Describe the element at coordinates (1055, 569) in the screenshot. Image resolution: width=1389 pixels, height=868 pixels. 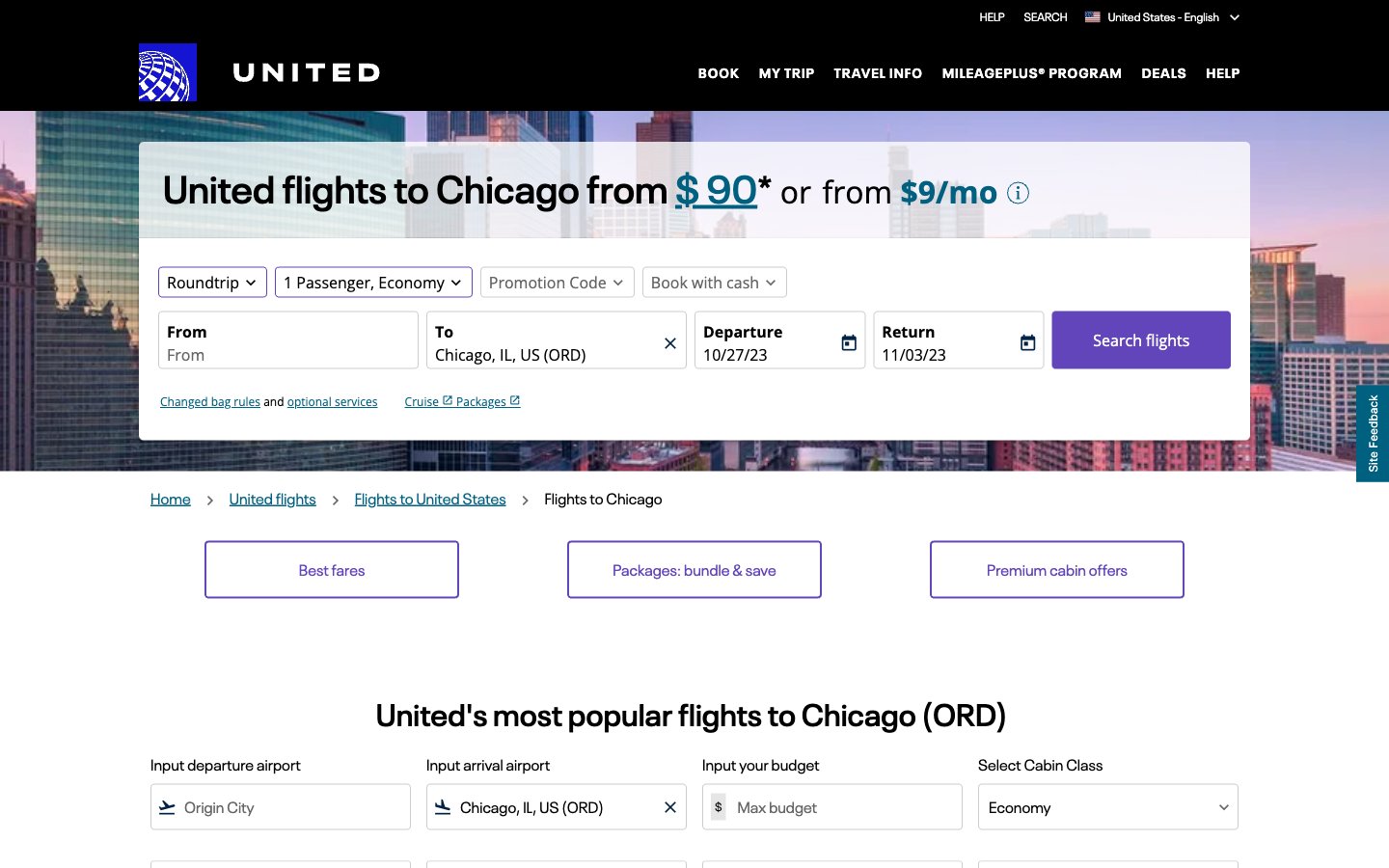
I see `Premium Cabin Deals` at that location.